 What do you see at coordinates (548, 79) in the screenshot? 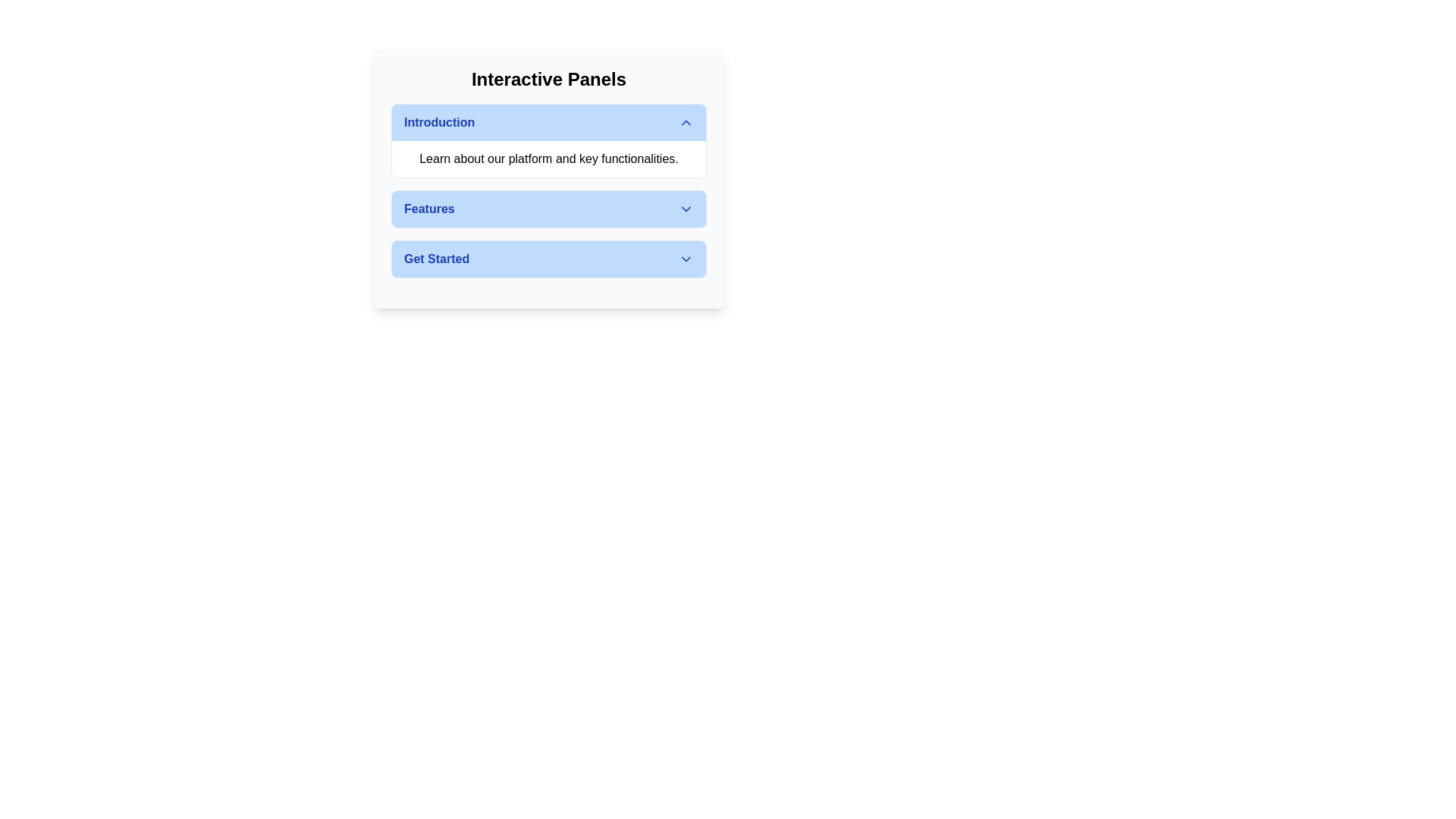
I see `the header text component that serves as the title for the section, located at the top of the card-like section and positioned above the collapsible sections labeled 'Introduction', 'Features', and 'Get Started'` at bounding box center [548, 79].